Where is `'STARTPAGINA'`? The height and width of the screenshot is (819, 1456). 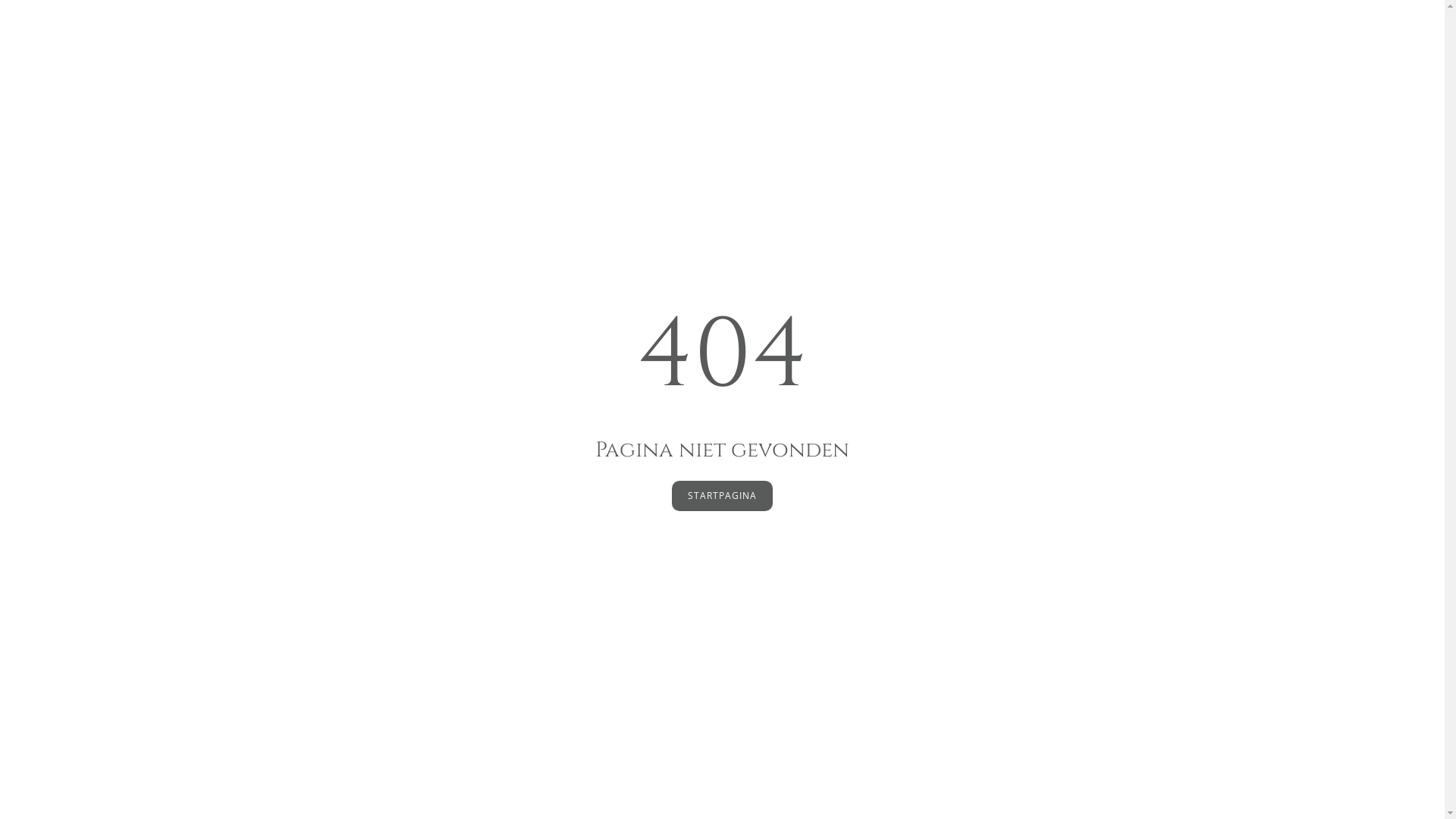
'STARTPAGINA' is located at coordinates (721, 496).